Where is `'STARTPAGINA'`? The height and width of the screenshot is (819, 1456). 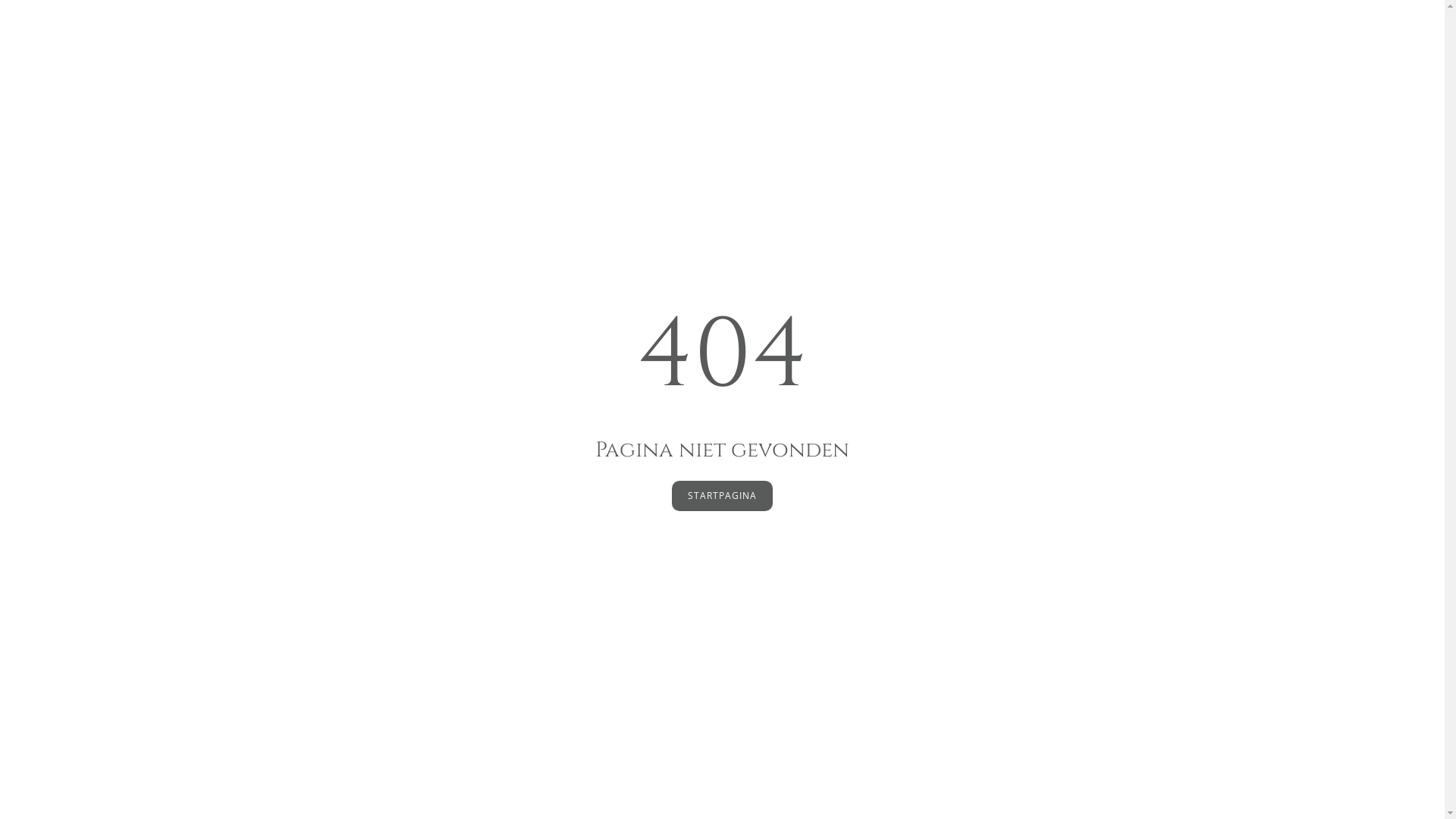
'STARTPAGINA' is located at coordinates (721, 496).